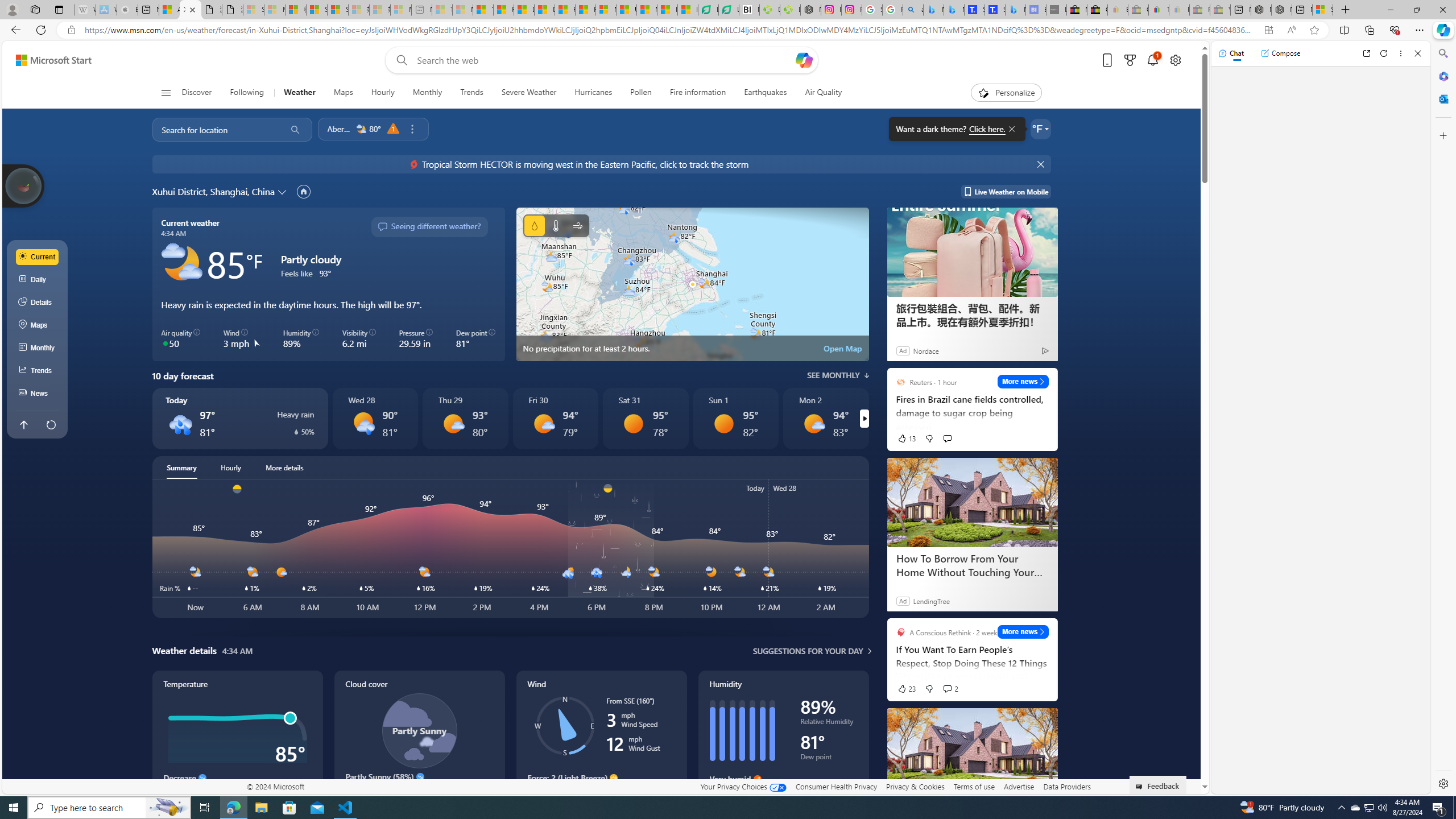 Image resolution: width=1456 pixels, height=819 pixels. What do you see at coordinates (201, 777) in the screenshot?
I see `'Decrease'` at bounding box center [201, 777].